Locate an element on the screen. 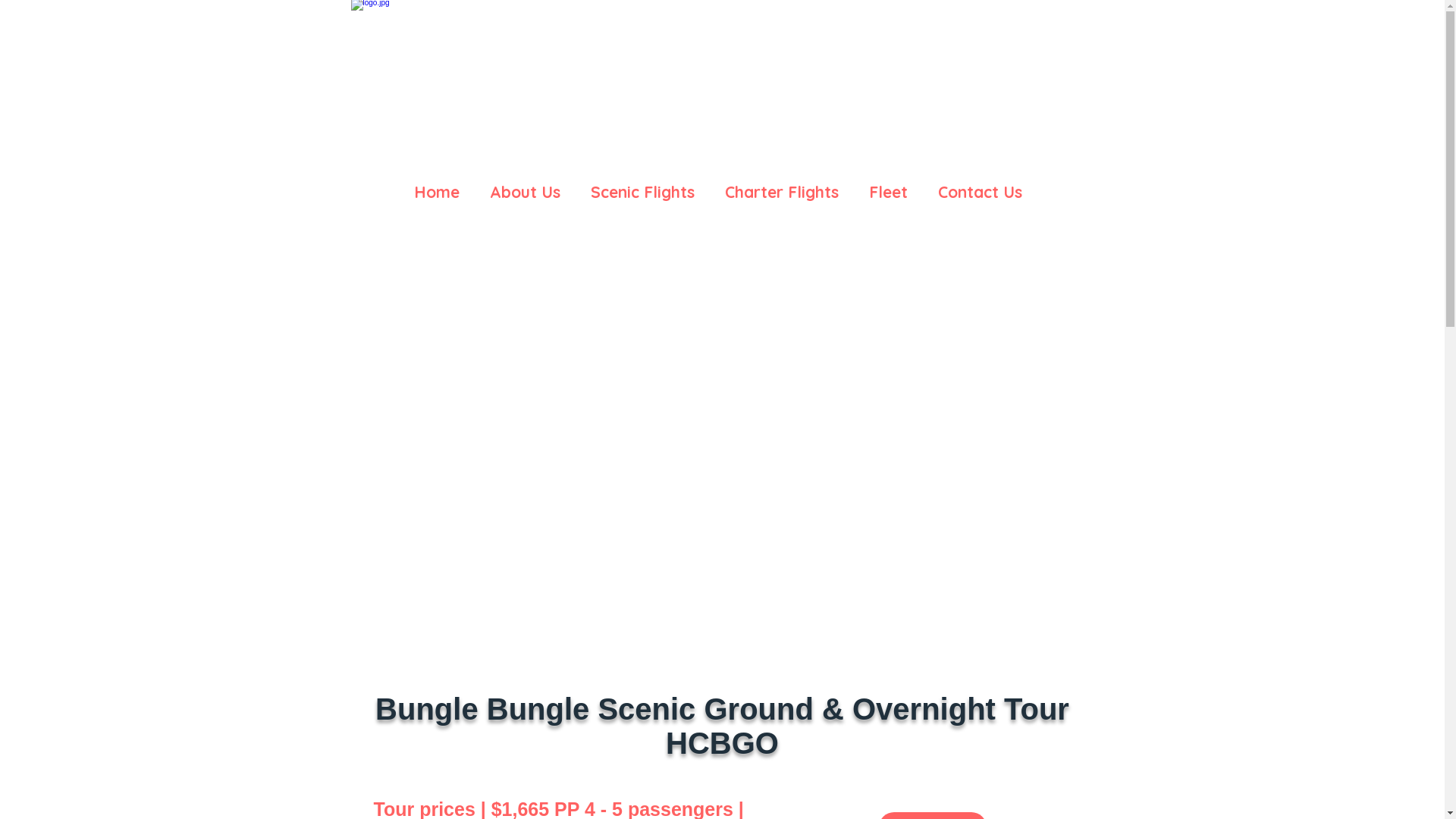 This screenshot has width=1456, height=819. 'Home' is located at coordinates (436, 184).